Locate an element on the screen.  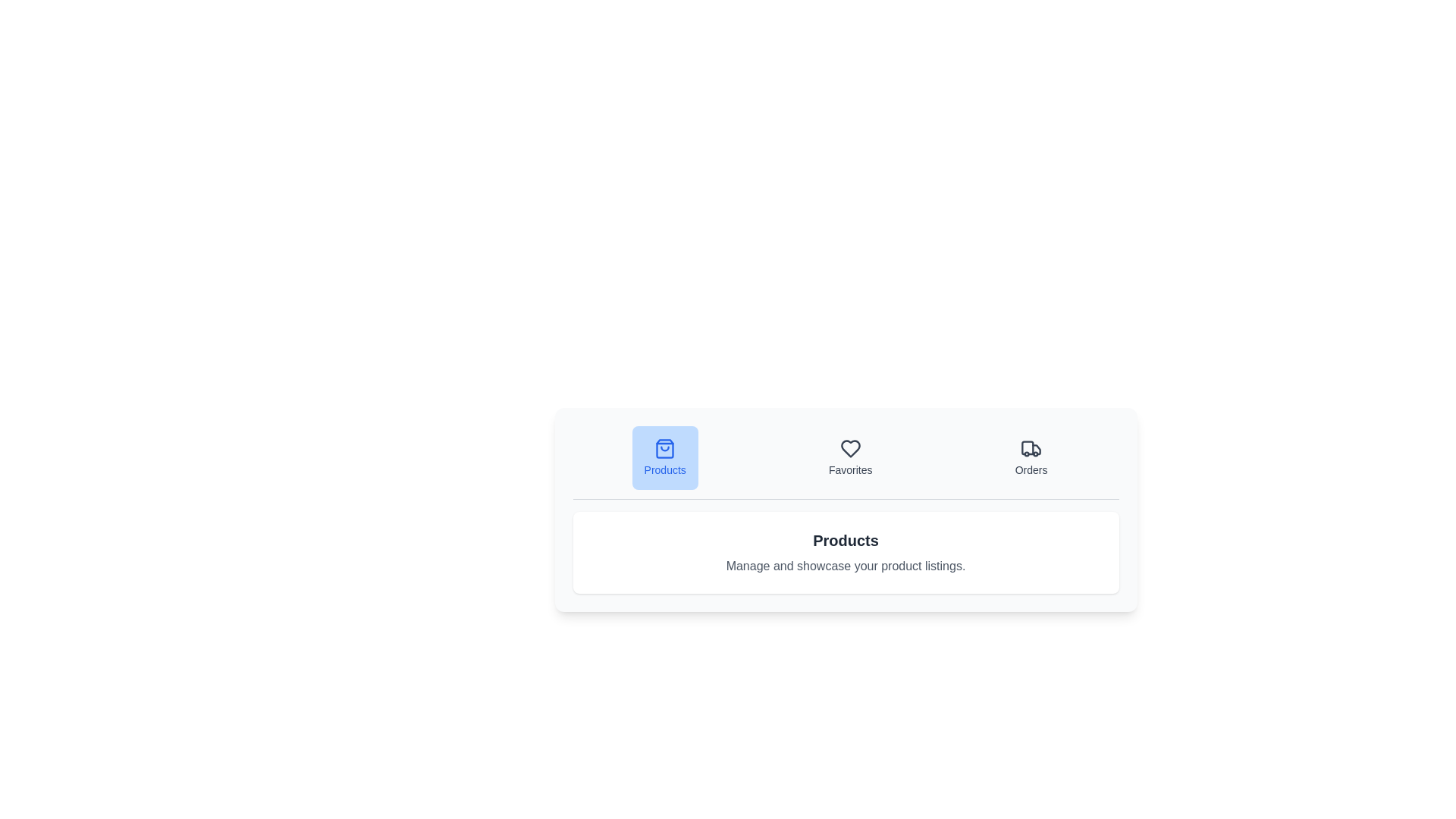
the Favorites tab by clicking its button is located at coordinates (851, 457).